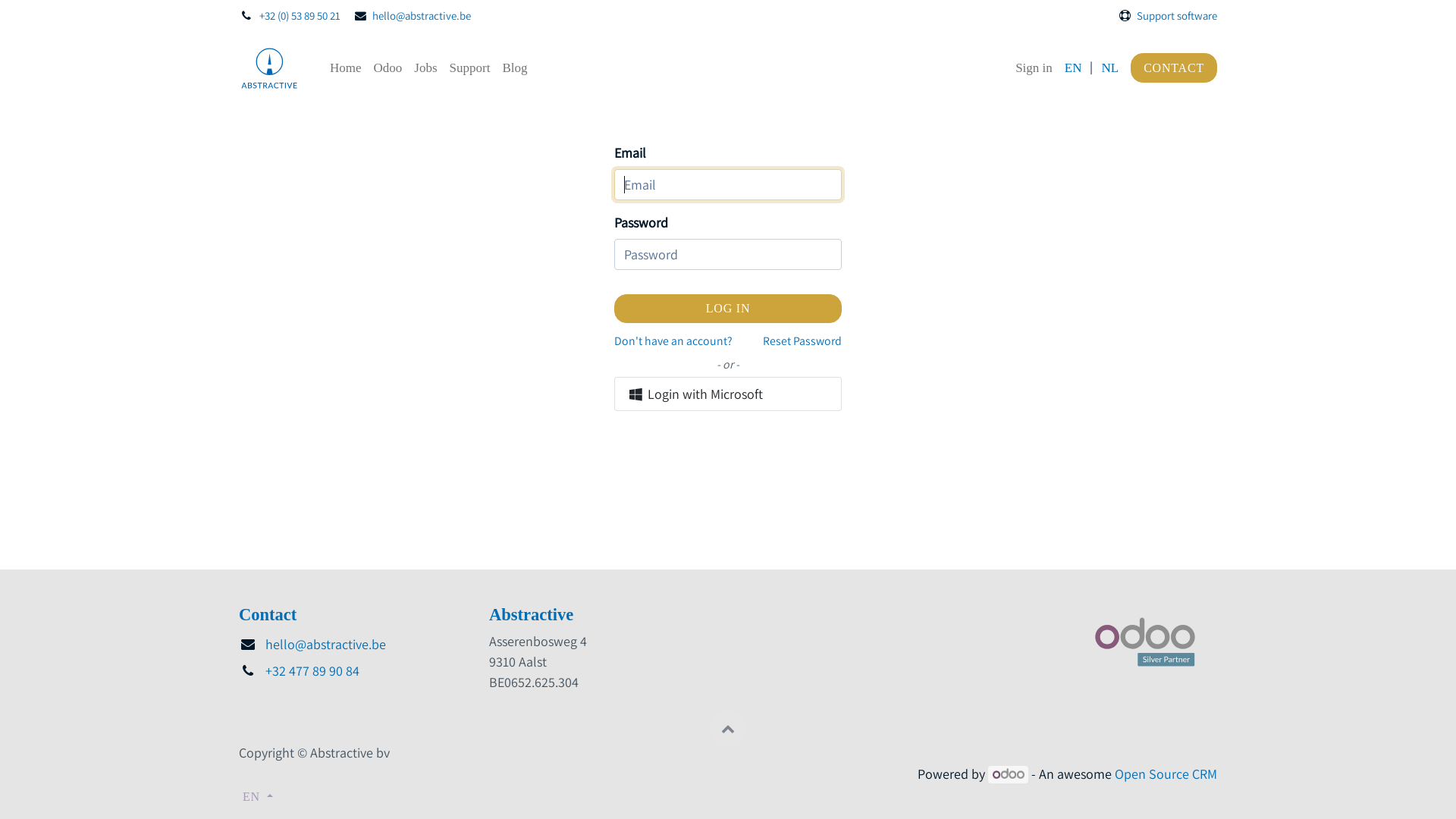 Image resolution: width=1456 pixels, height=819 pixels. Describe the element at coordinates (801, 341) in the screenshot. I see `'Reset Password'` at that location.